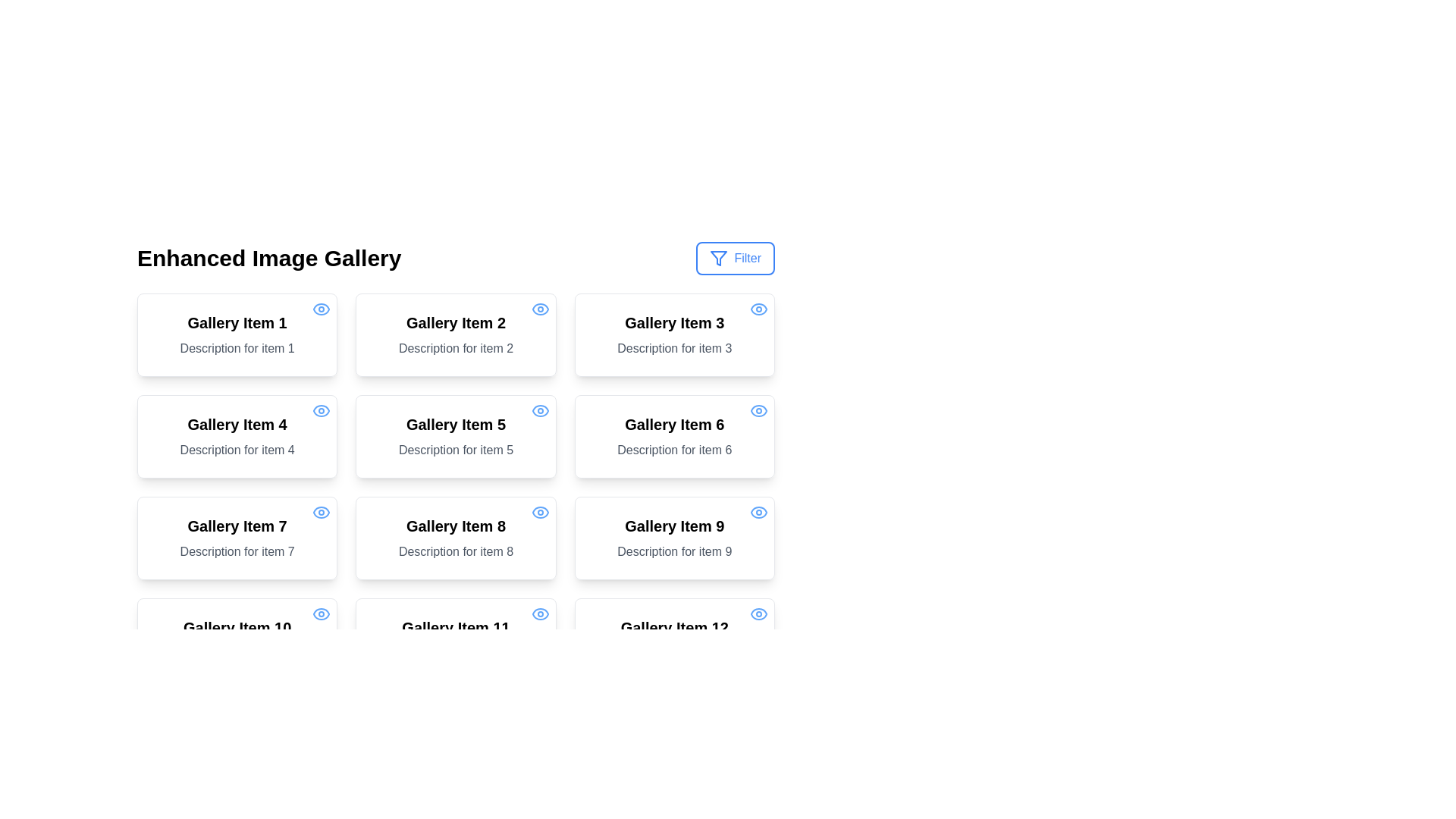 The width and height of the screenshot is (1456, 819). I want to click on the eye icon located at the top-right corner of the gallery card labeled 'Gallery Item 9', so click(759, 512).